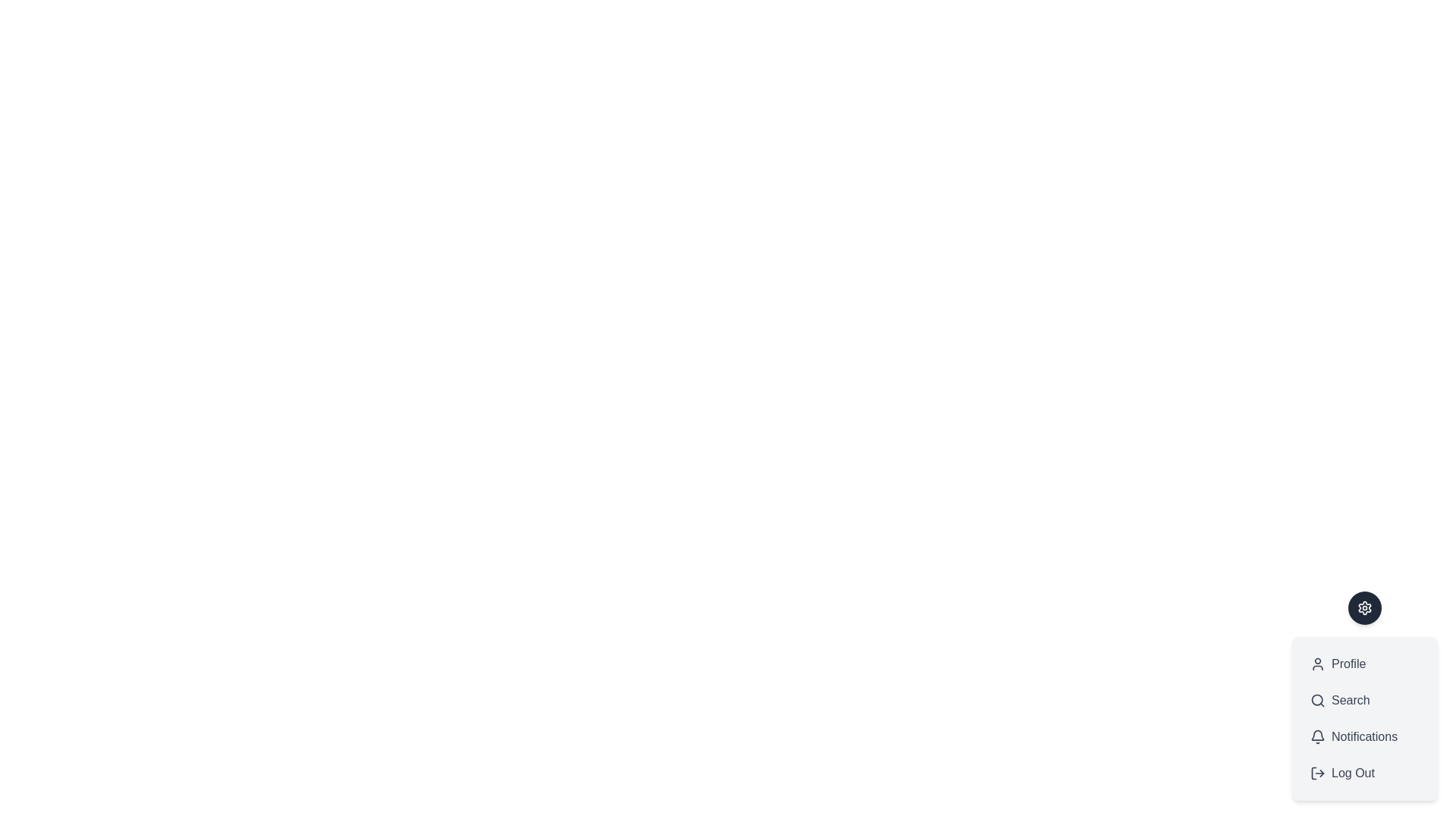 The image size is (1456, 819). What do you see at coordinates (1365, 696) in the screenshot?
I see `the search button located in the vertical menu, which is the second item below the 'Profile' button and above the 'Notifications' button, to observe a background color change` at bounding box center [1365, 696].